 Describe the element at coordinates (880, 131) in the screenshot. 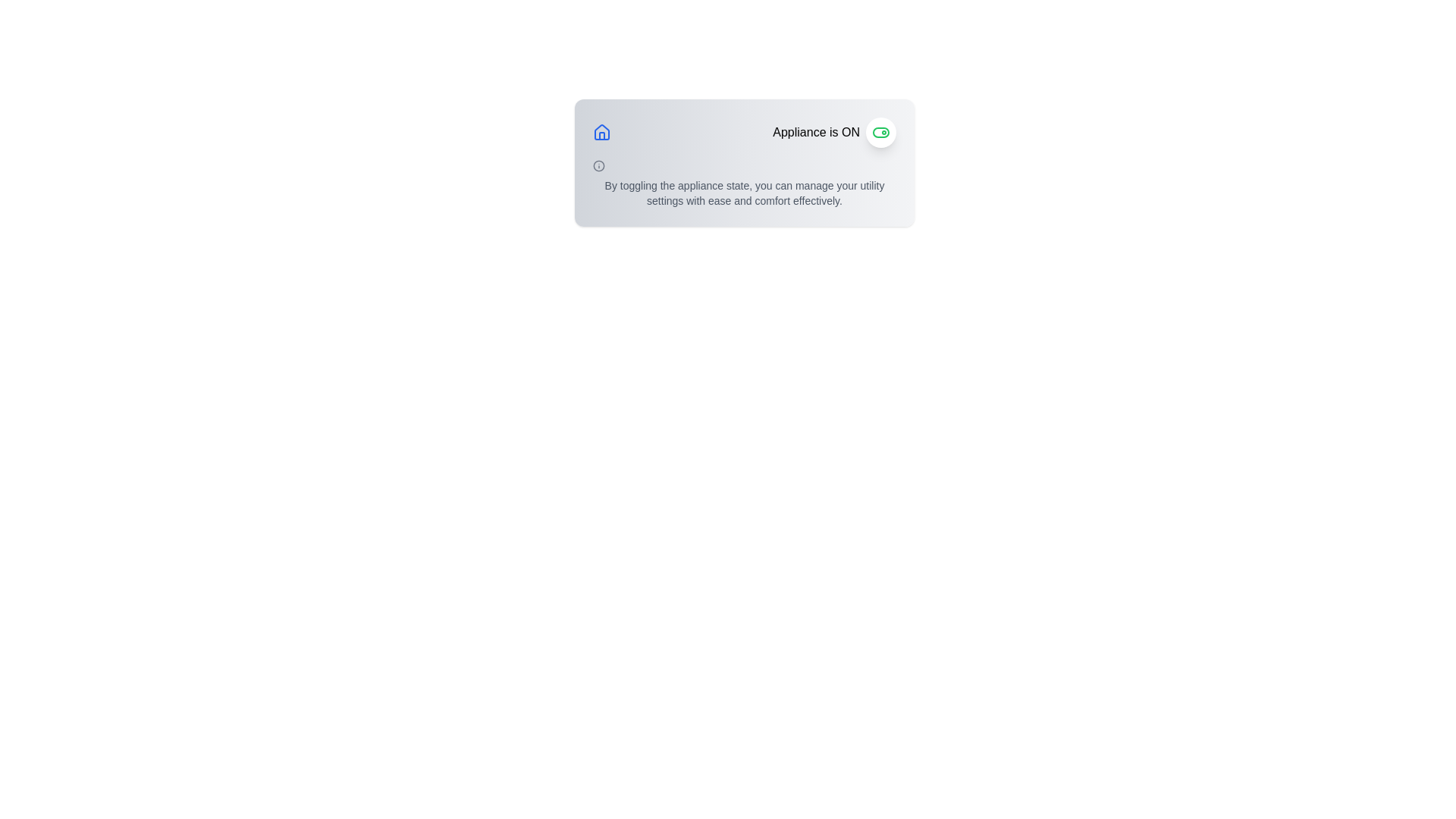

I see `the circular toggle button with a green outline located to the right of the text 'Appliance is ON' to switch its state` at that location.